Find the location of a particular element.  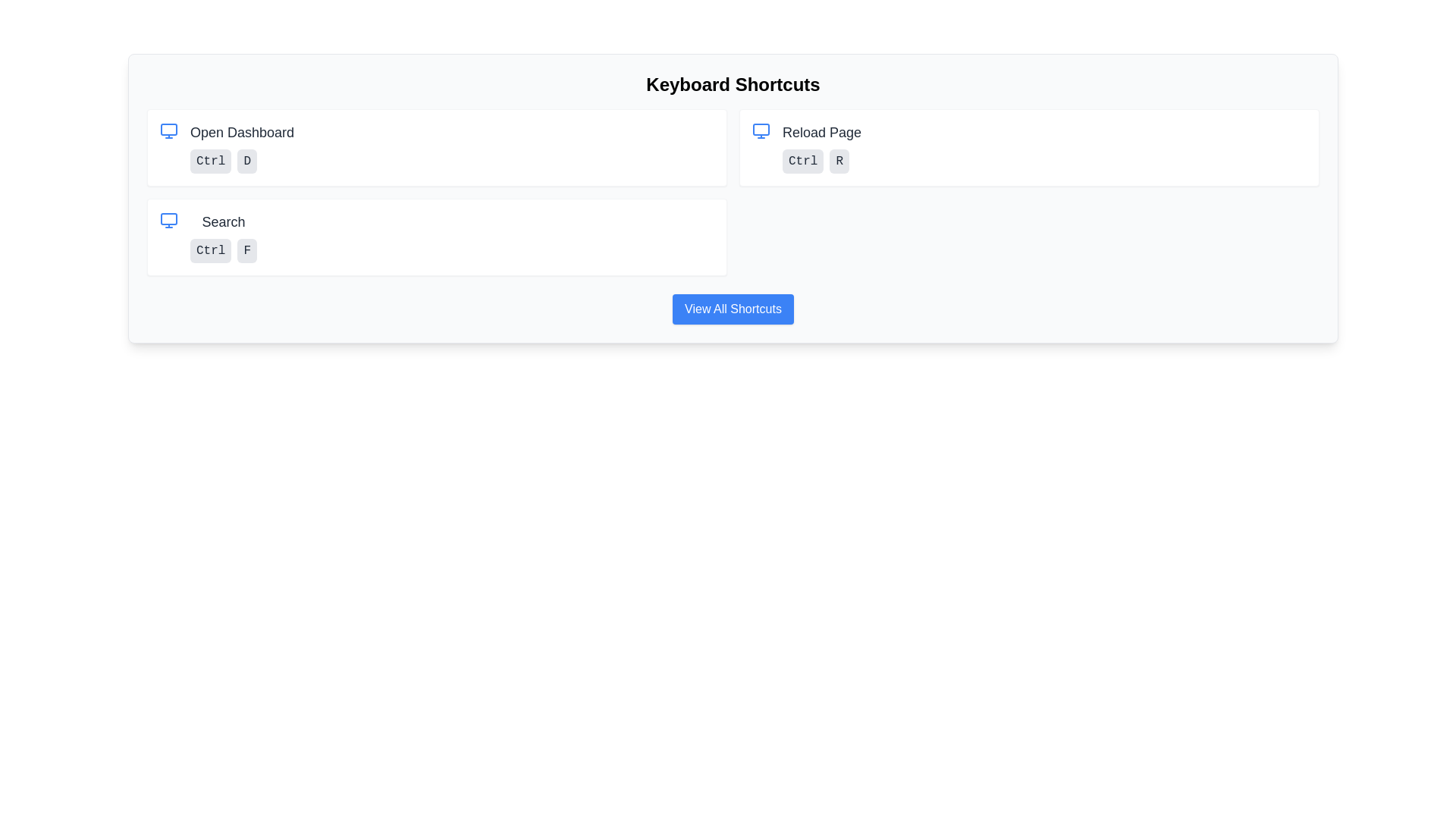

the inner rounded rectangle of the monitor icon in the top-right section of the 'Keyboard Shortcuts' interface, aligned with the label 'Reload Page' is located at coordinates (761, 128).